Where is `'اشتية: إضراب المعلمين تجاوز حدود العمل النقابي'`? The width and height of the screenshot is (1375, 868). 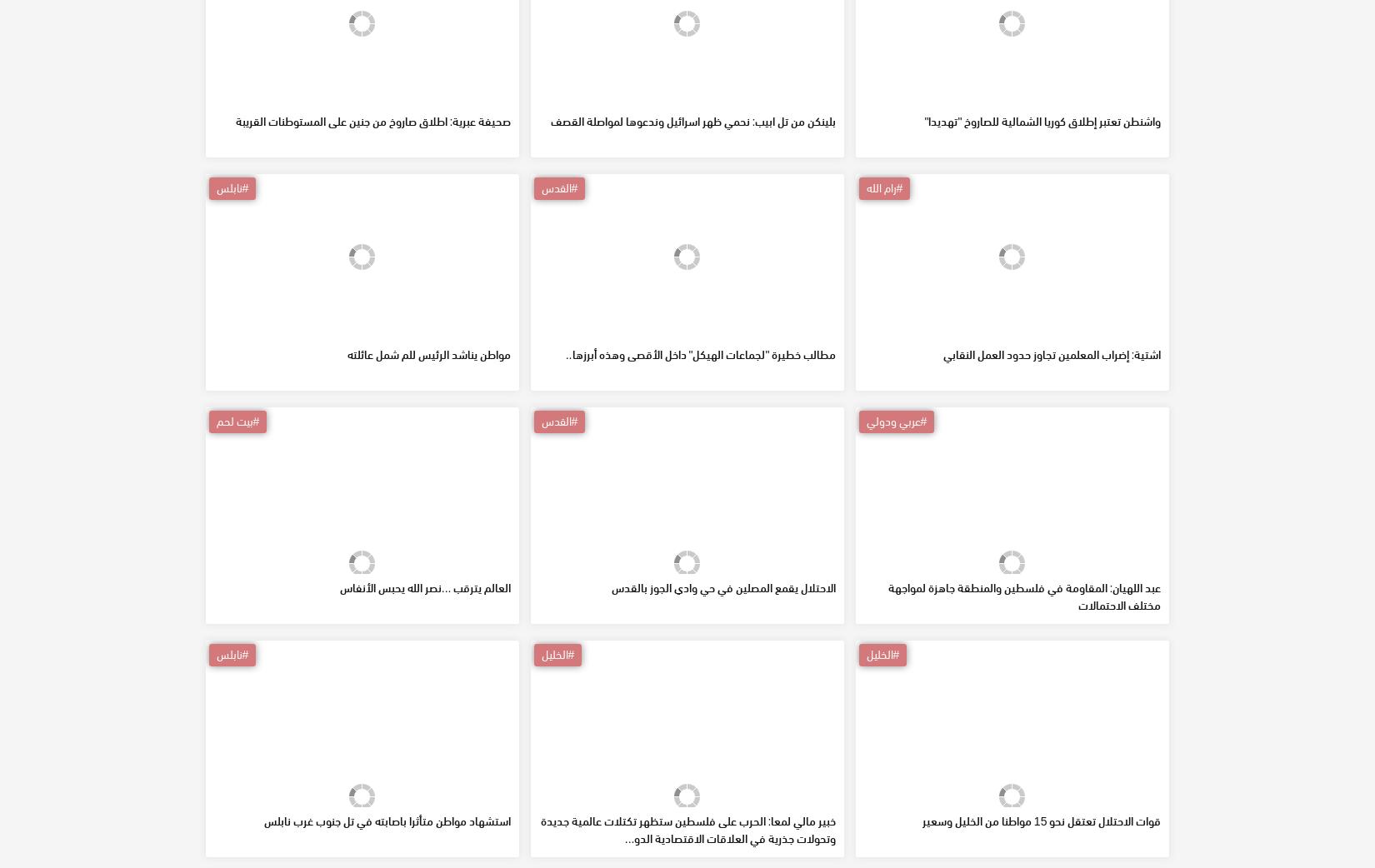 'اشتية: إضراب المعلمين تجاوز حدود العمل النقابي' is located at coordinates (1050, 473).